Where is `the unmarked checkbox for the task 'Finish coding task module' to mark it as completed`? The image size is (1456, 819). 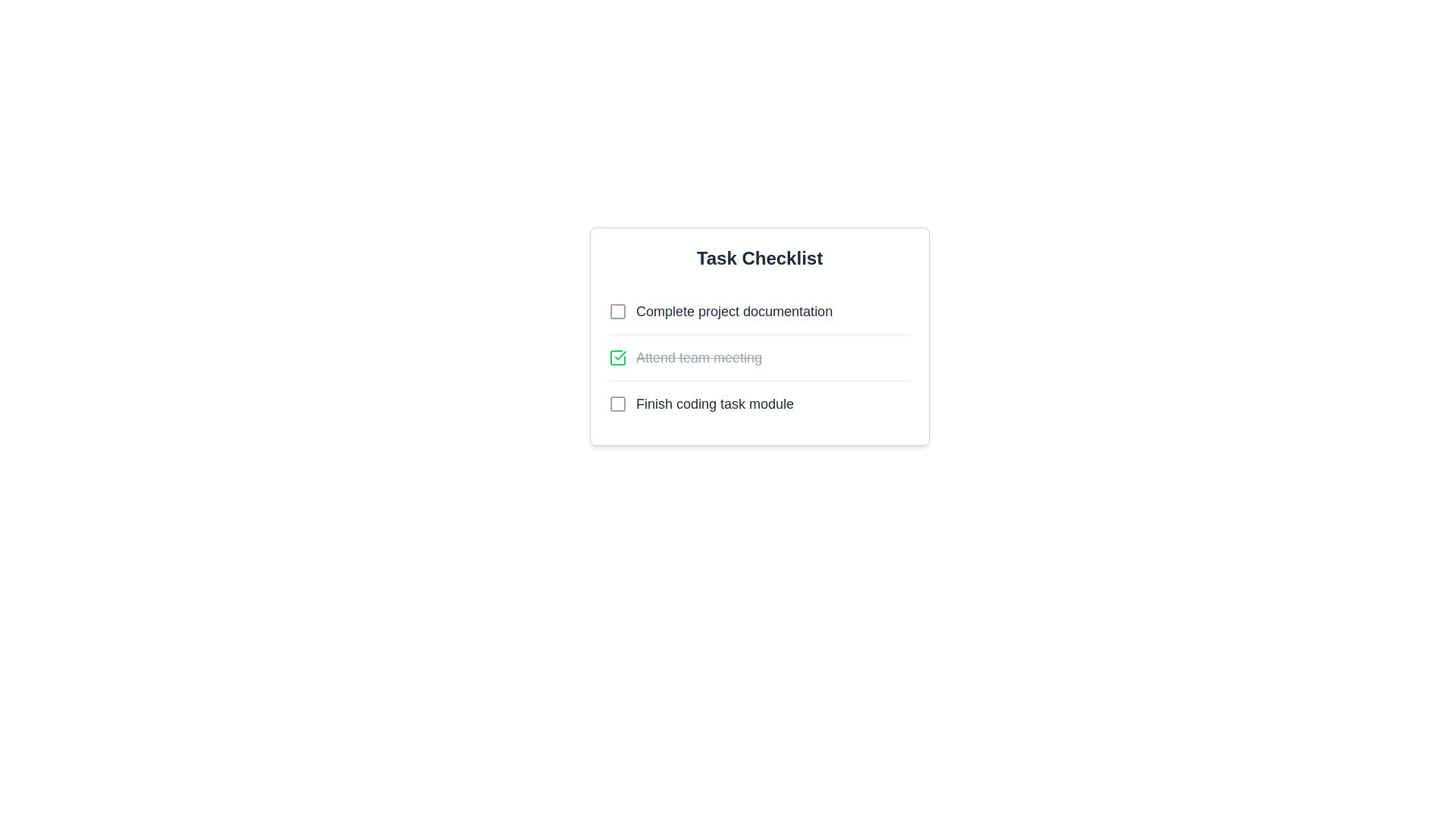
the unmarked checkbox for the task 'Finish coding task module' to mark it as completed is located at coordinates (760, 403).